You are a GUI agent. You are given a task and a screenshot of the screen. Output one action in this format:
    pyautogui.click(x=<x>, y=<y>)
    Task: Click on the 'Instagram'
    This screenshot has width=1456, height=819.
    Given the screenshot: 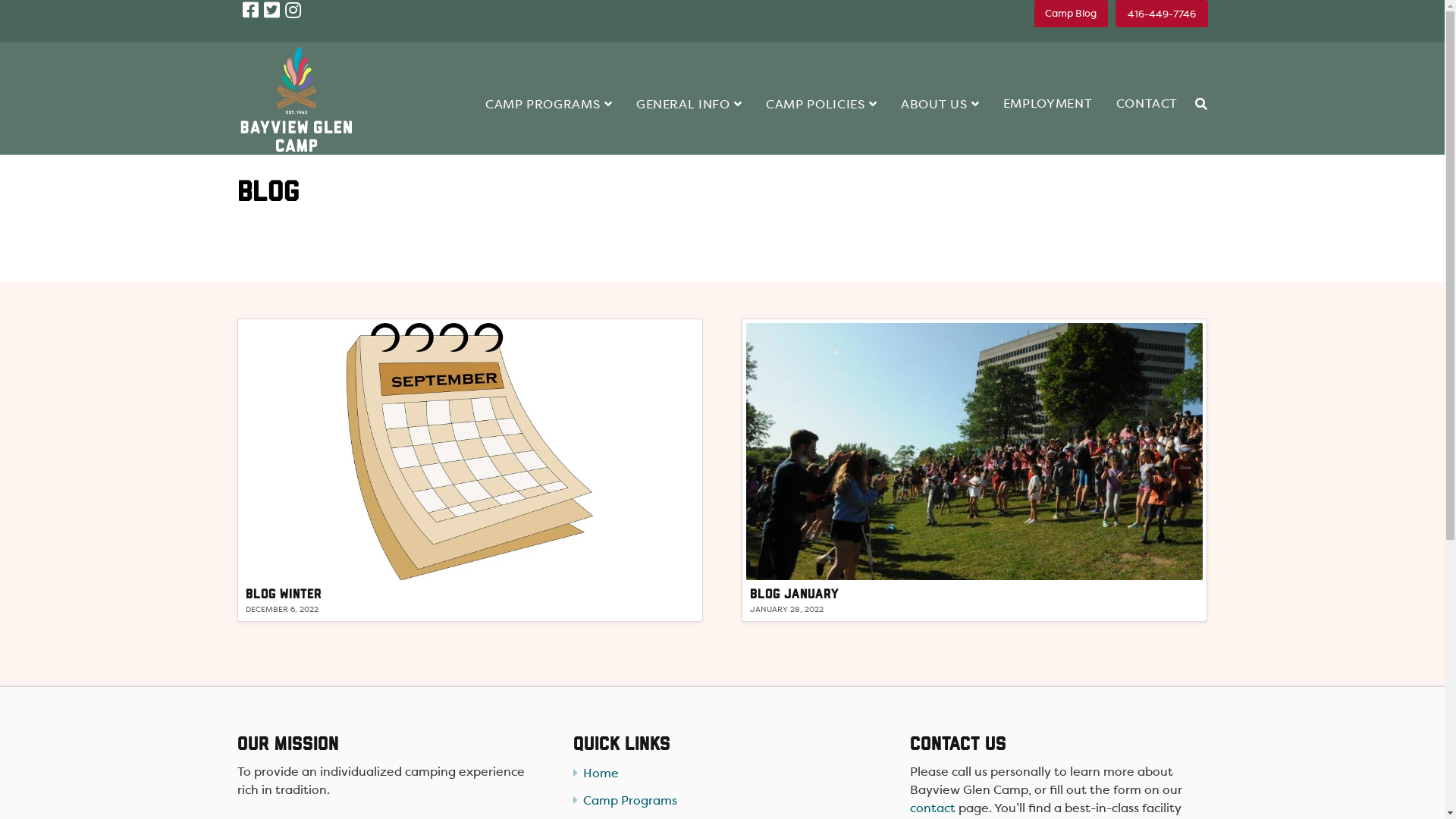 What is the action you would take?
    pyautogui.click(x=284, y=9)
    